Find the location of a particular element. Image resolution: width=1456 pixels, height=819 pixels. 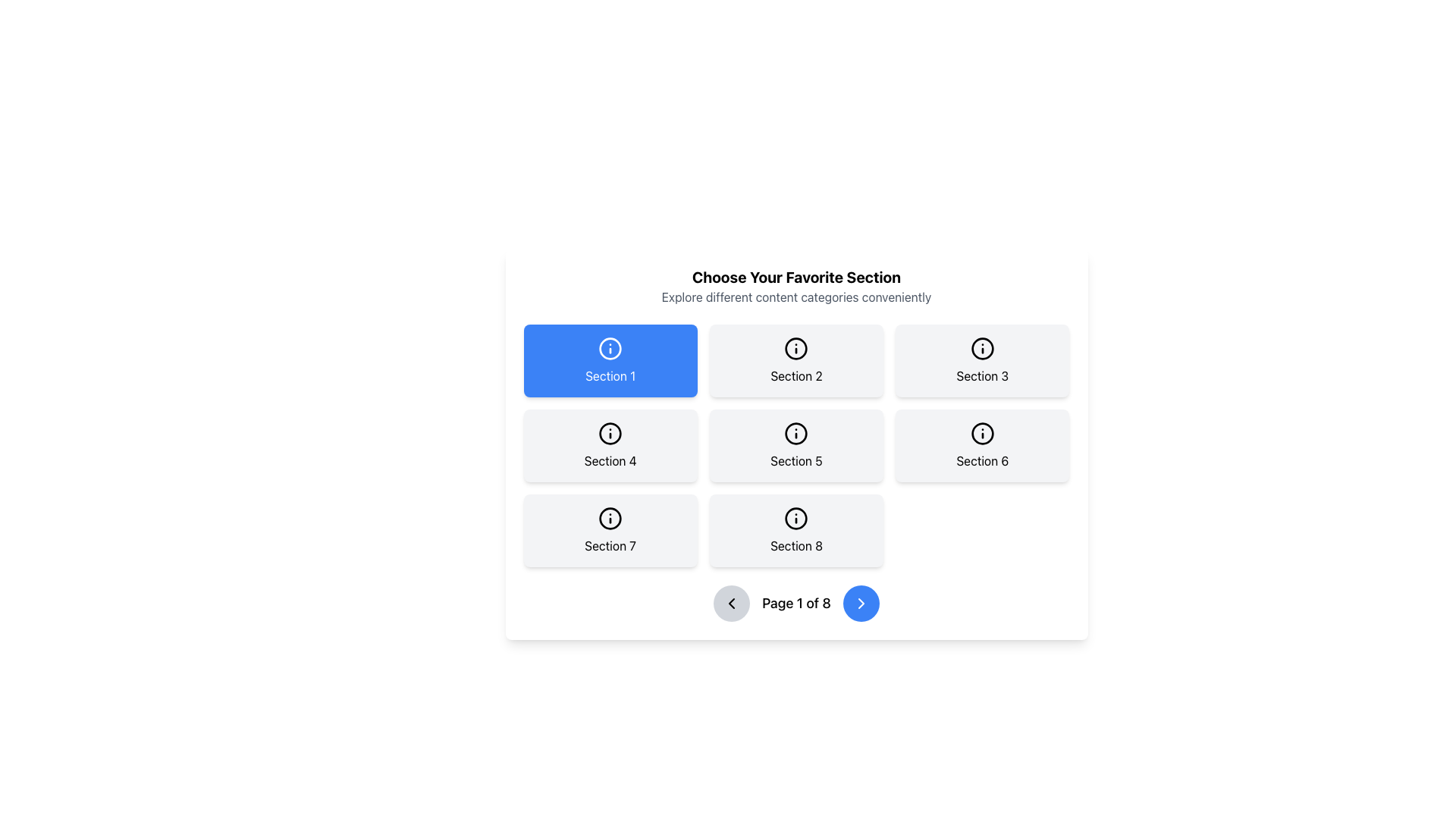

the text block that displays the title 'Choose Your Favorite Section' and the subtitle 'Explore different content categories conveniently', located at the top of a central card layout is located at coordinates (795, 287).